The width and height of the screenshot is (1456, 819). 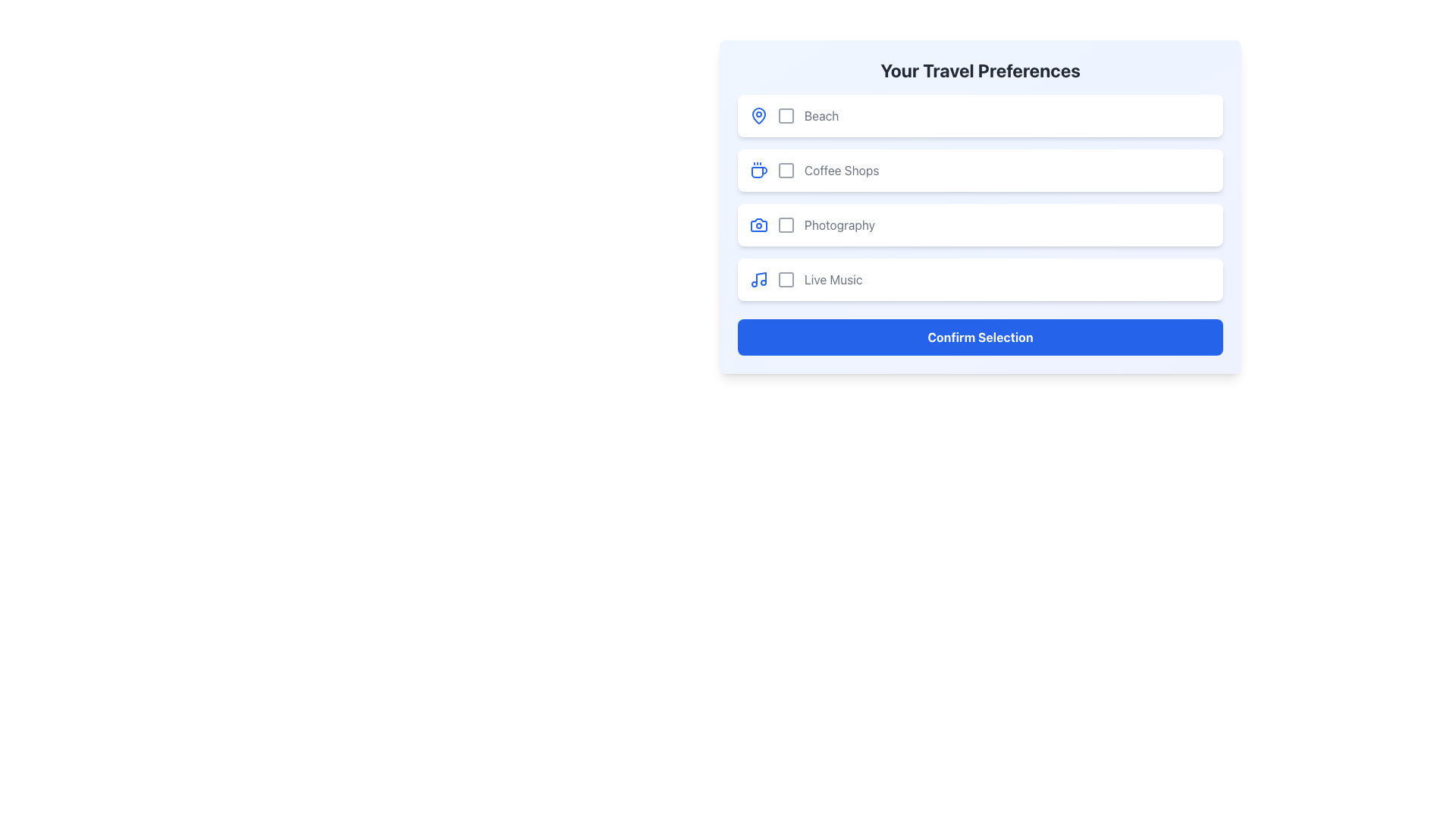 I want to click on the 'Coffee Shops' text label, which is located in the second row of the vertical list under 'Your Travel Preferences', positioned between a blue coffee icon and a checkbox, so click(x=841, y=170).